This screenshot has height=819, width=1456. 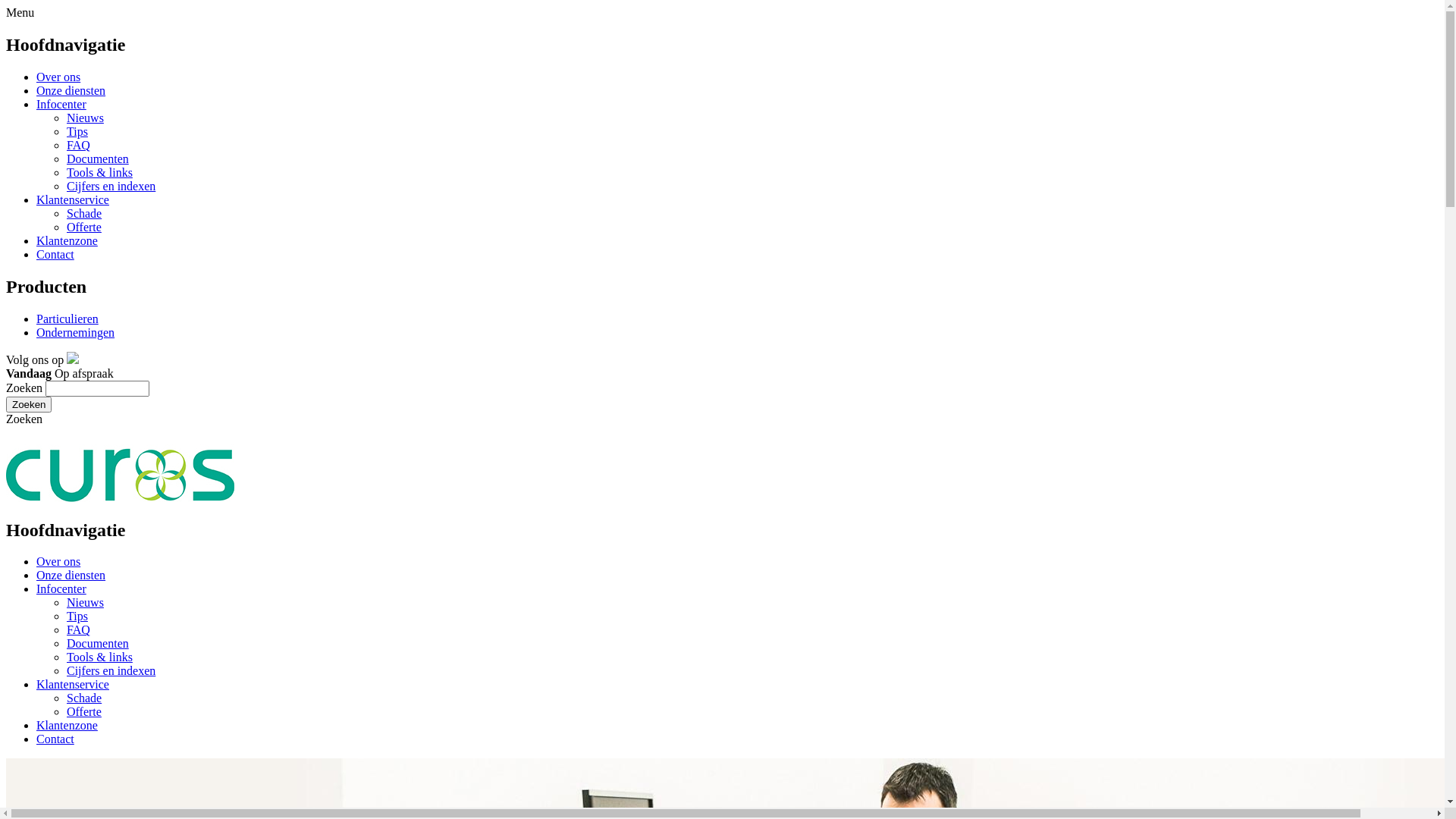 I want to click on 'Contact', so click(x=55, y=253).